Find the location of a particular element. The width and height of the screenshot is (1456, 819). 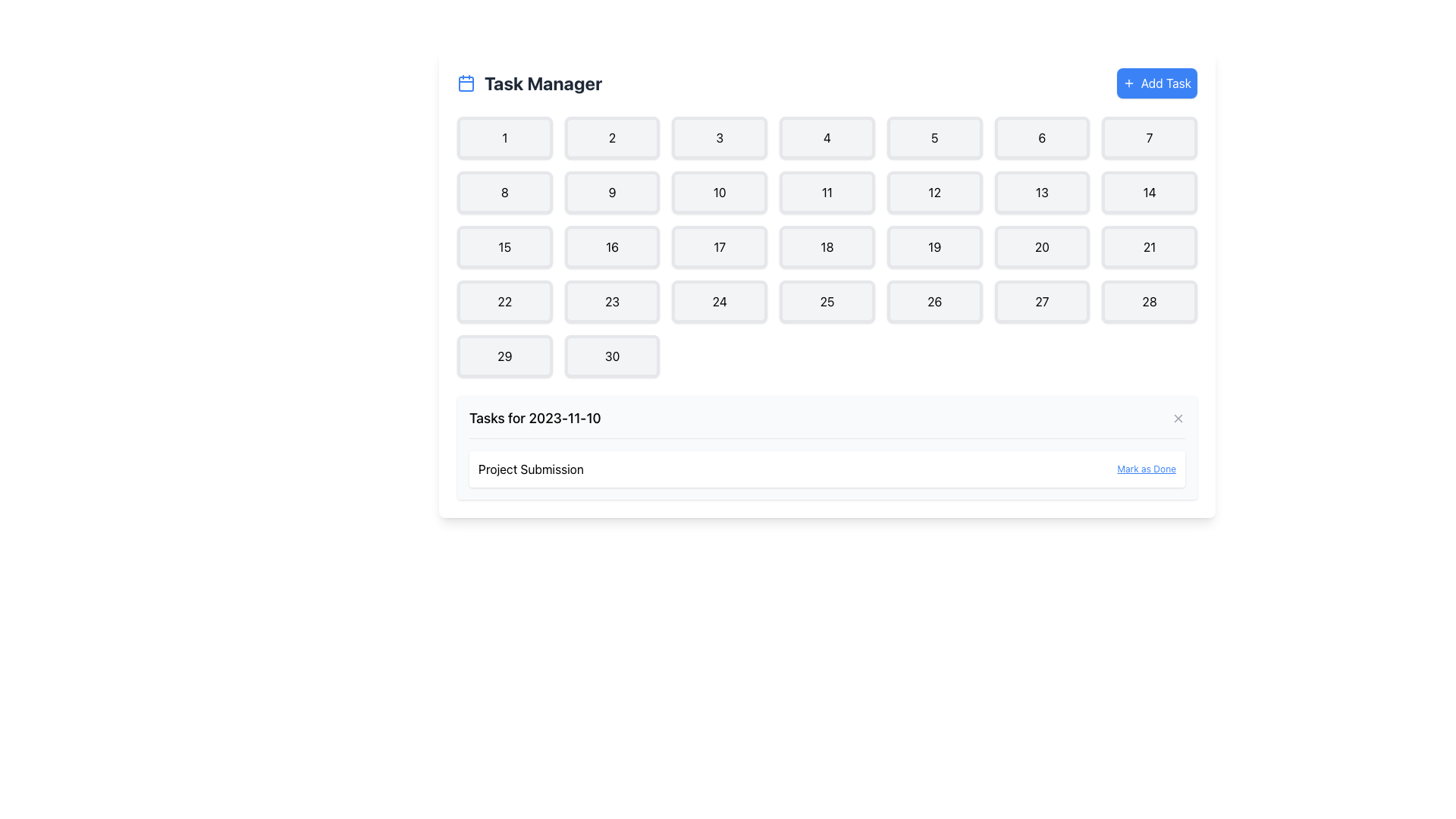

the button representing the selectable date in the calendar interface located in the first row, seventh column of the grid is located at coordinates (1150, 137).